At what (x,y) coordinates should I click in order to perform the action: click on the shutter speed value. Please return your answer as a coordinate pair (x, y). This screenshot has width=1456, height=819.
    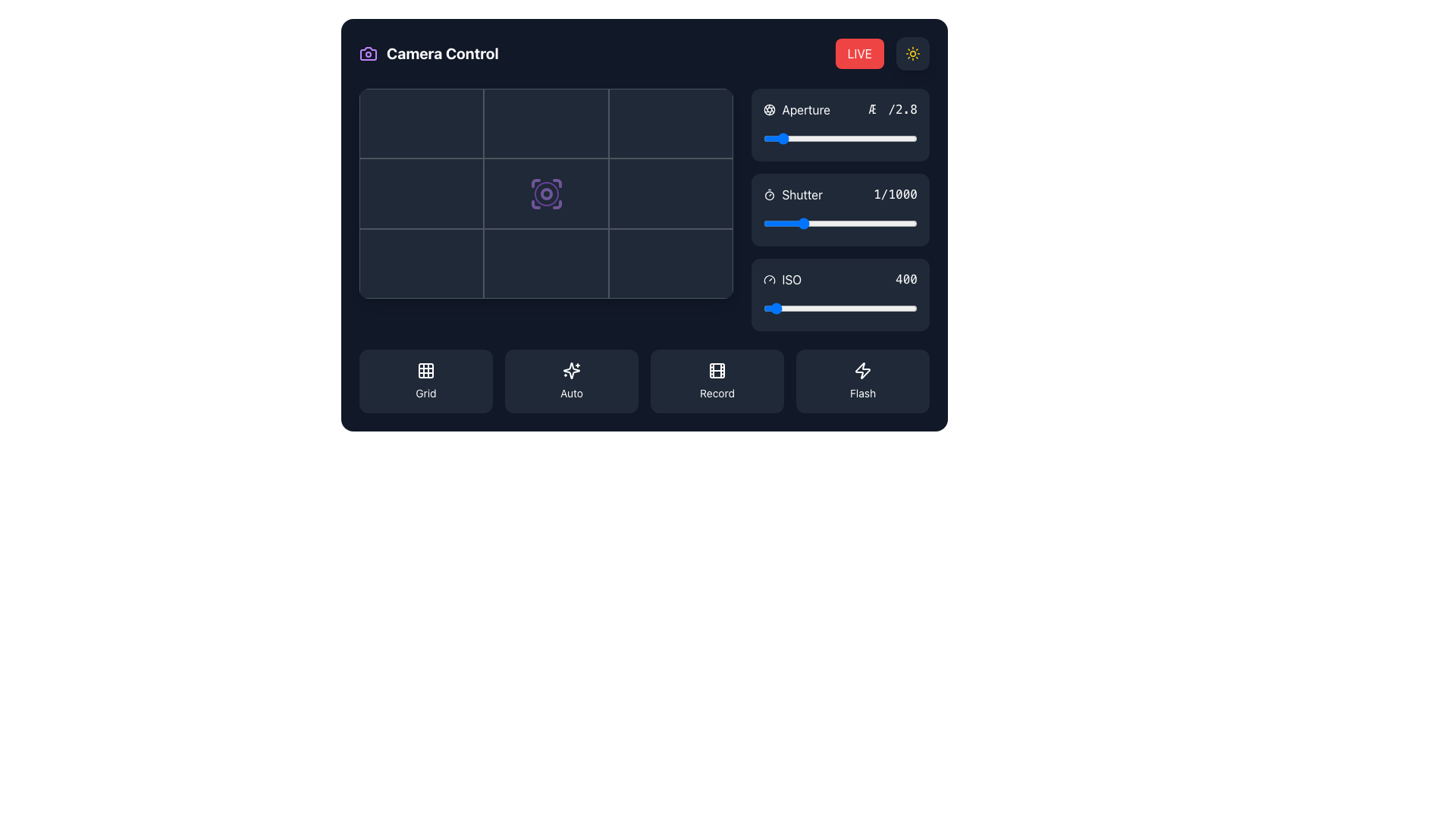
    Looking at the image, I should click on (910, 223).